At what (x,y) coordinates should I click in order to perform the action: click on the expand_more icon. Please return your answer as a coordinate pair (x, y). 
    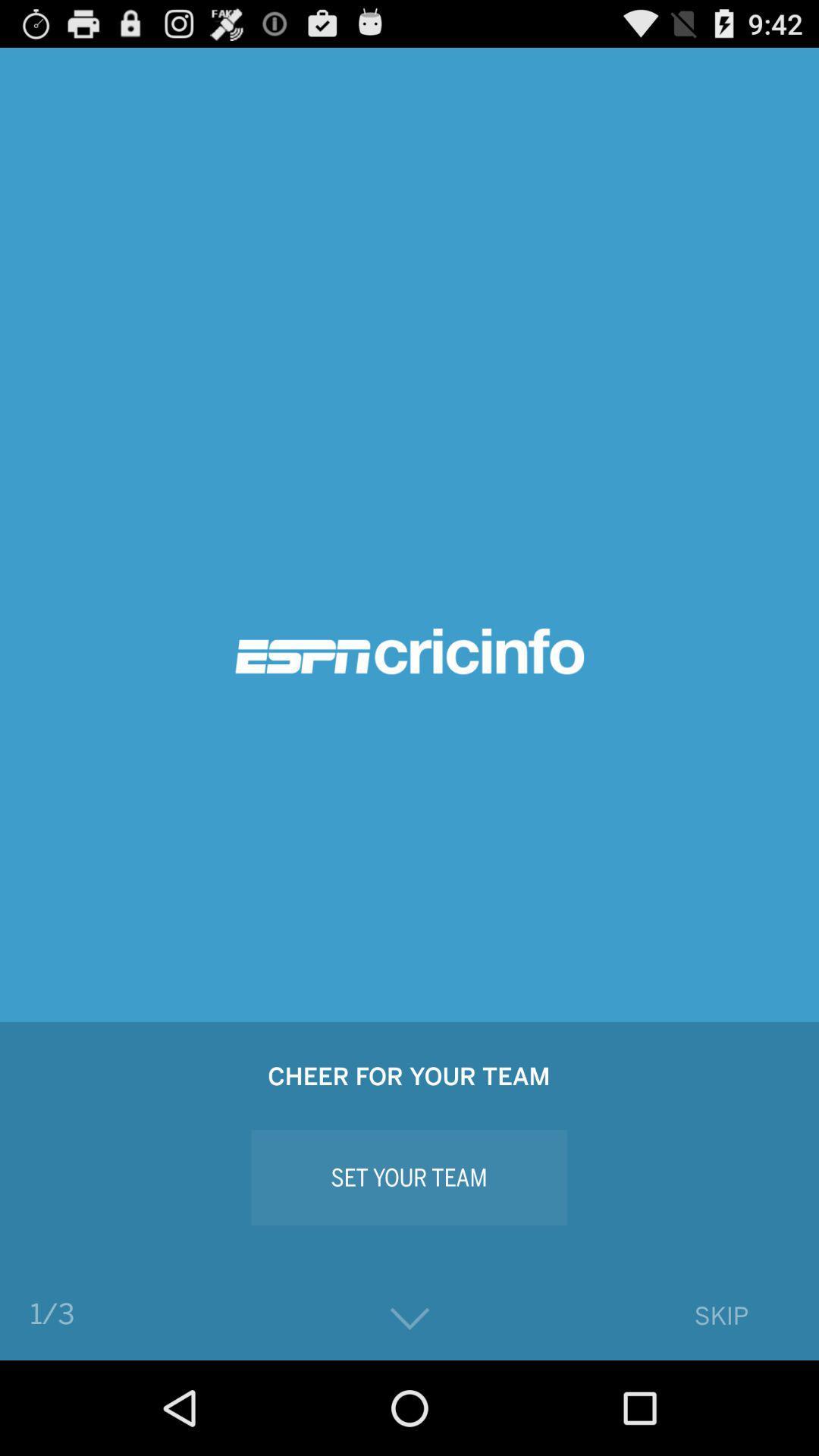
    Looking at the image, I should click on (409, 1410).